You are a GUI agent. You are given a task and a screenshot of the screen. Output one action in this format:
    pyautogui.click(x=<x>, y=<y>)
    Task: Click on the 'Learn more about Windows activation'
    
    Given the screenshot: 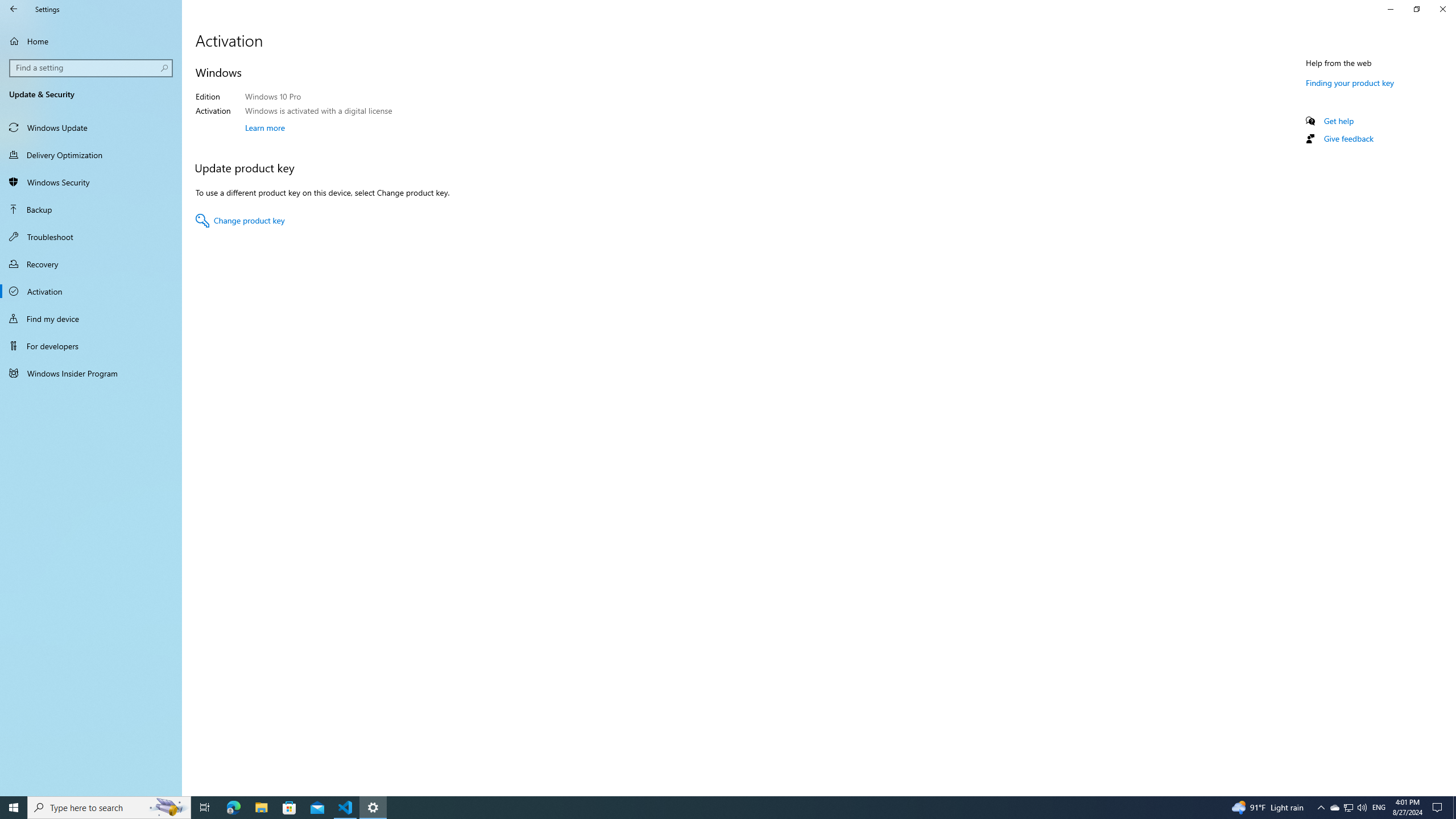 What is the action you would take?
    pyautogui.click(x=264, y=126)
    